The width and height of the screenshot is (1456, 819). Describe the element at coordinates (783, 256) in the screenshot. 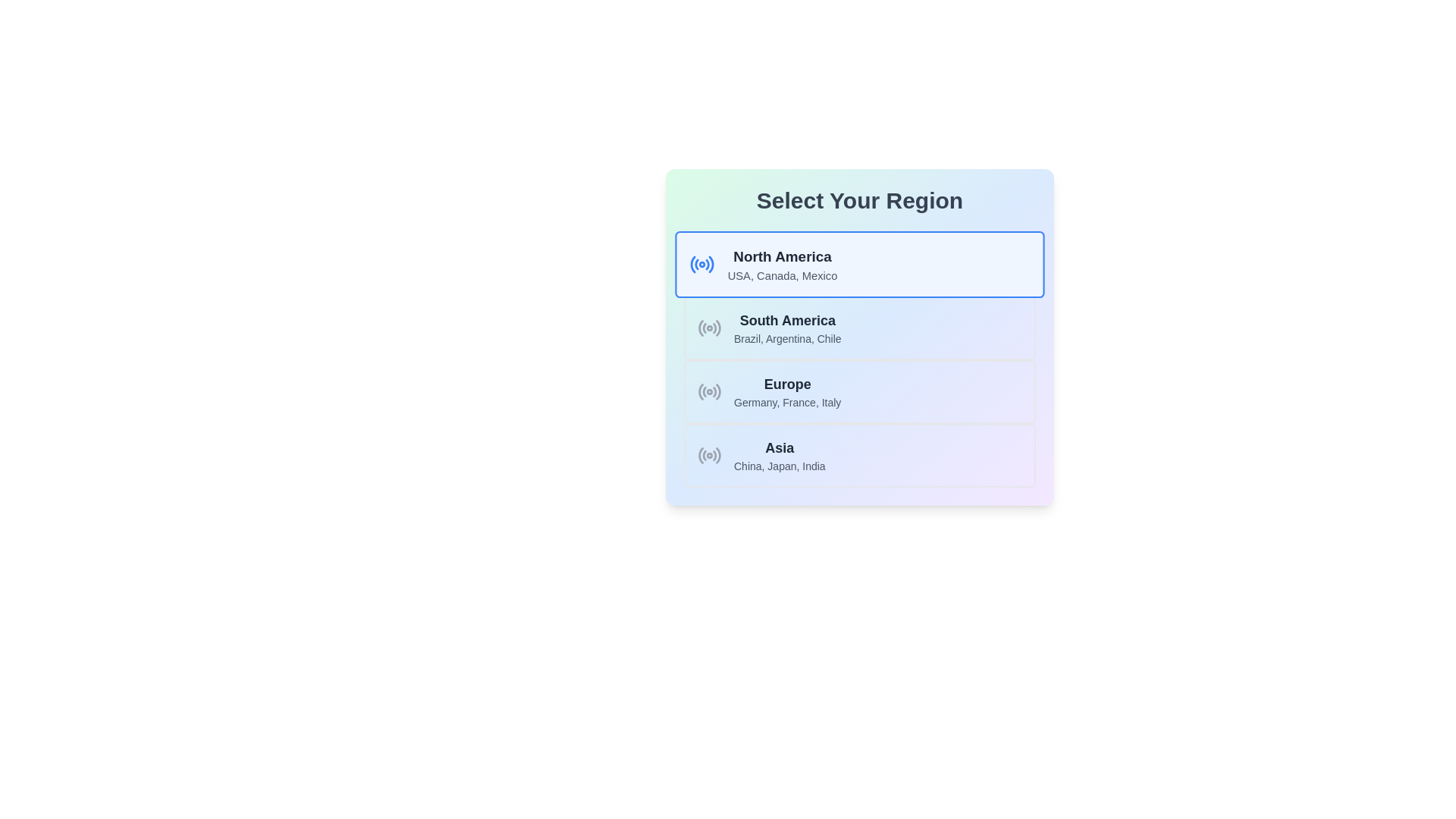

I see `the text label that identifies the 'North America' region option, which is positioned at the top center of its card, above the subtext 'USA, Canada, Mexico'` at that location.